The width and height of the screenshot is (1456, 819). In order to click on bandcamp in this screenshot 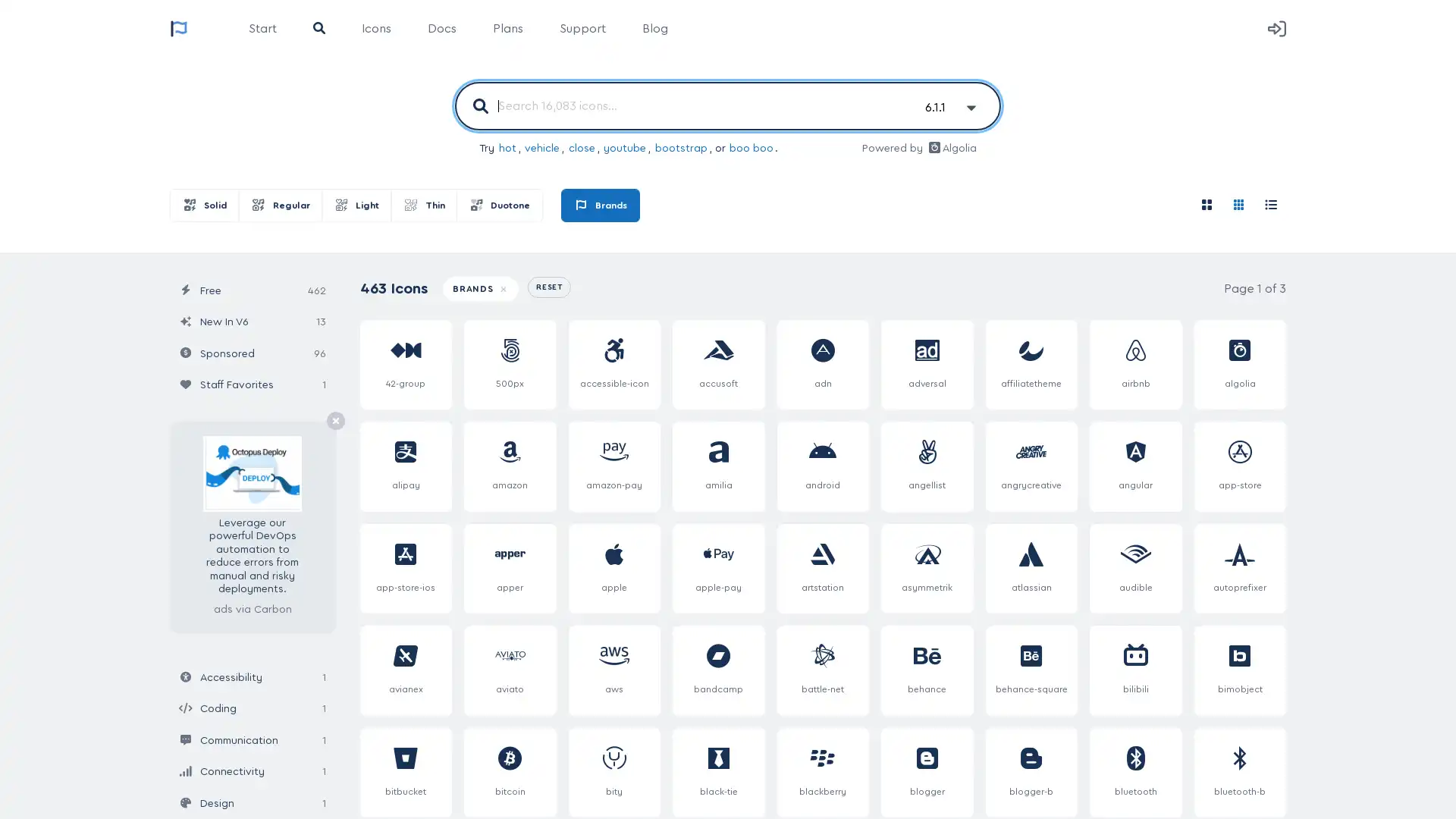, I will do `click(717, 680)`.